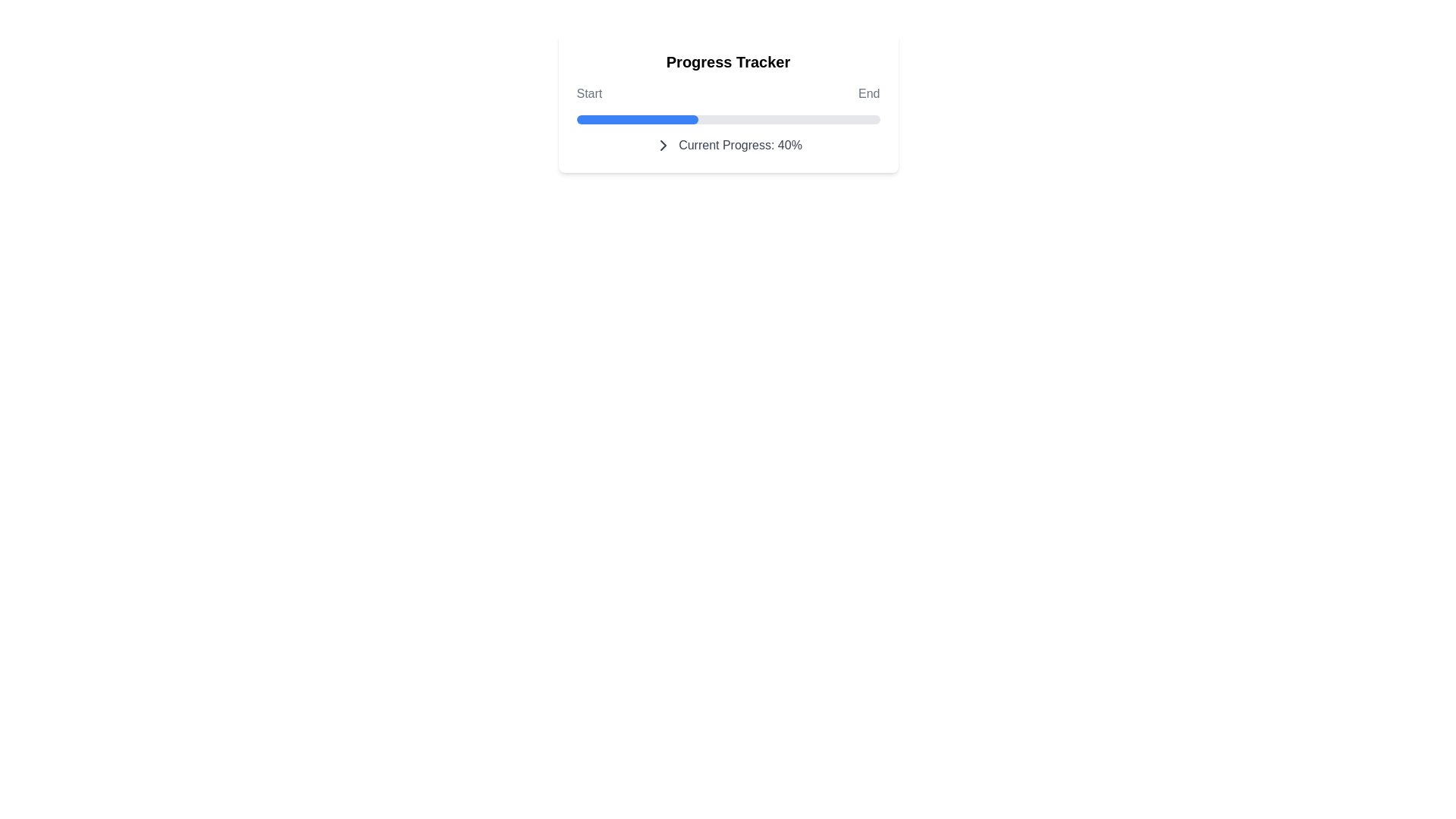 This screenshot has width=1456, height=819. What do you see at coordinates (664, 146) in the screenshot?
I see `the chevron icon to interact with it` at bounding box center [664, 146].